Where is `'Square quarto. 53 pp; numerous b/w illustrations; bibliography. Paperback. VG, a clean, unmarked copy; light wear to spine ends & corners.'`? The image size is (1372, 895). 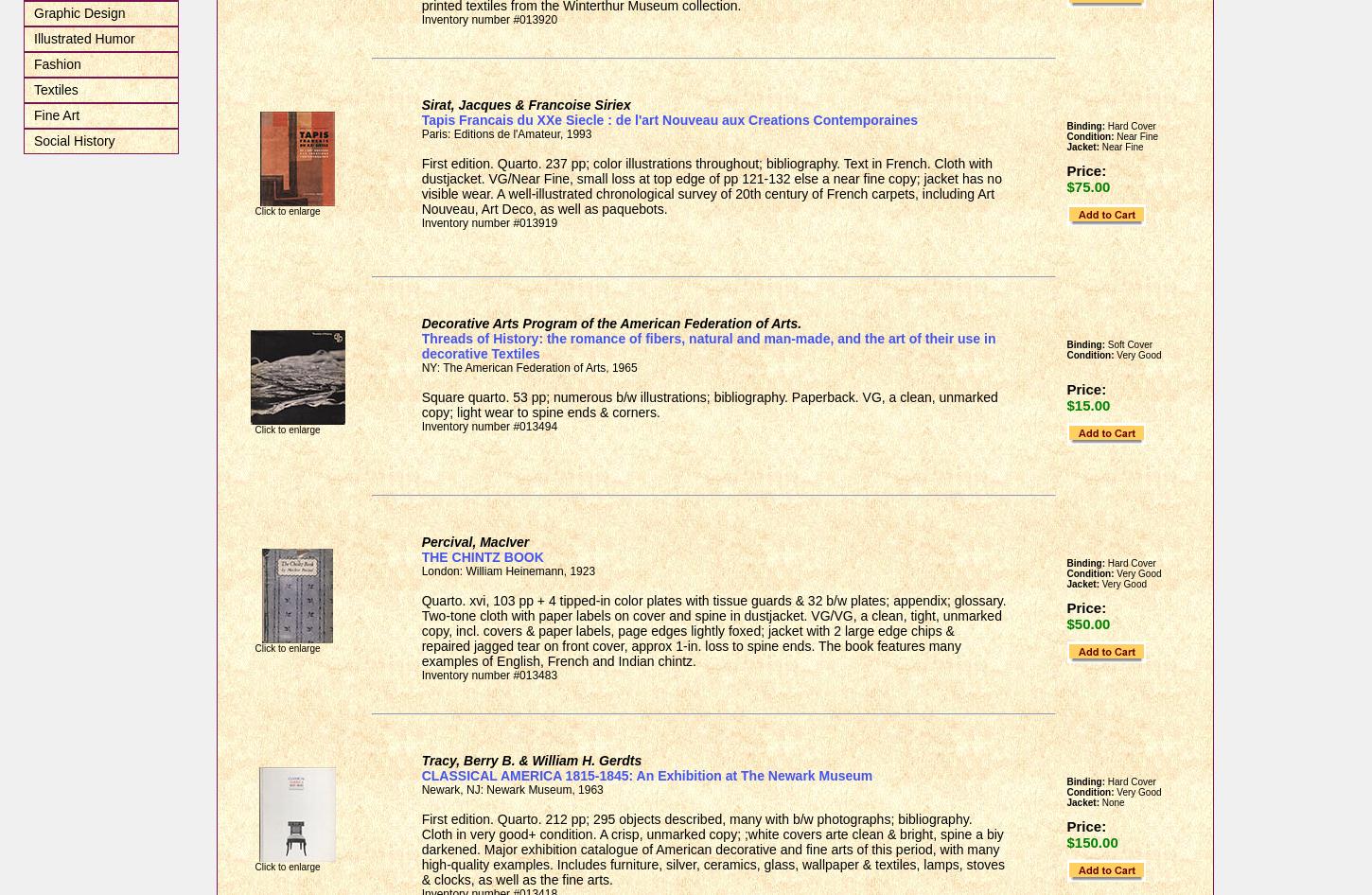 'Square quarto. 53 pp; numerous b/w illustrations; bibliography. Paperback. VG, a clean, unmarked copy; light wear to spine ends & corners.' is located at coordinates (709, 403).